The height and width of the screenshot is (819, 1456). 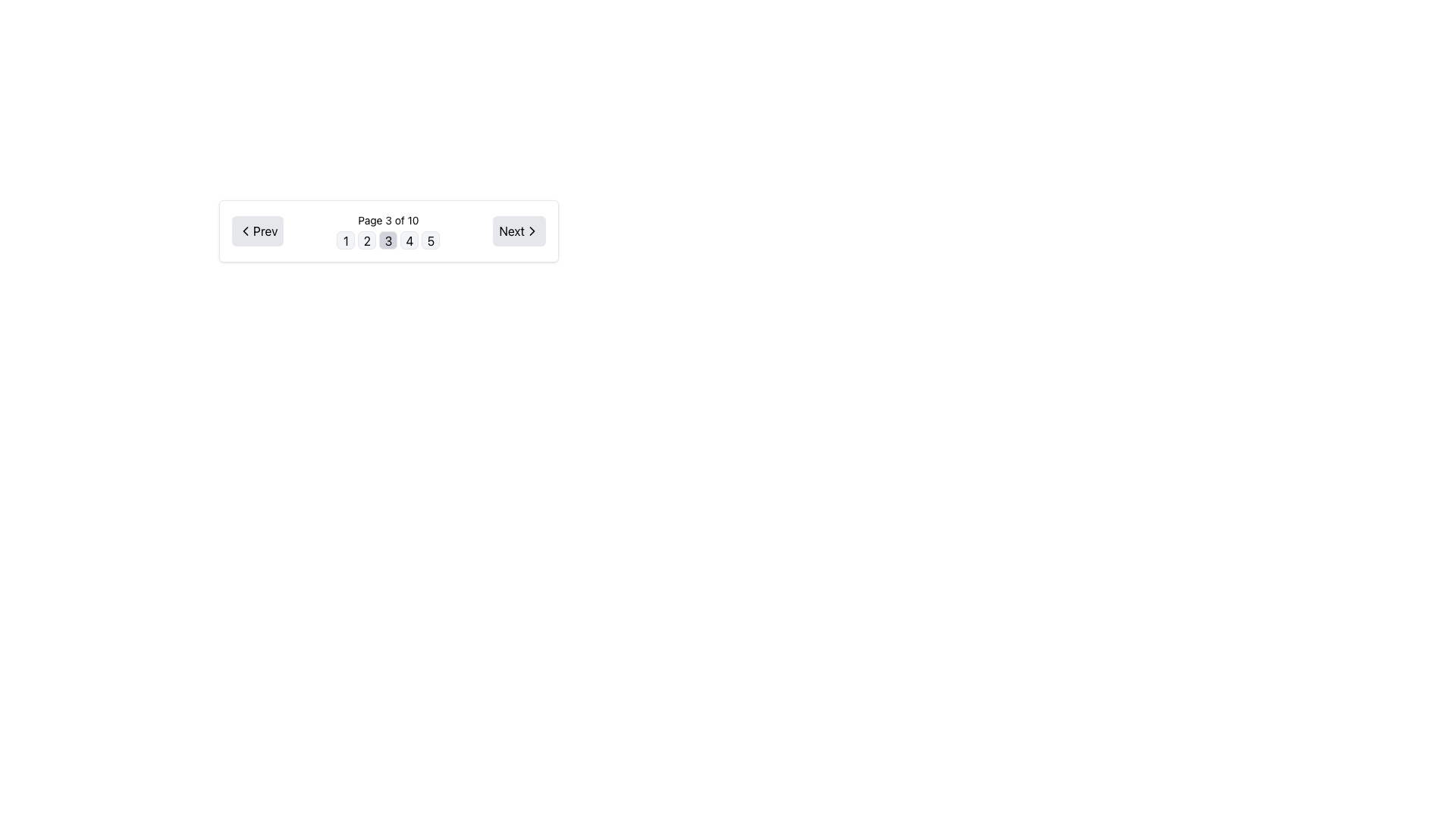 I want to click on the pagination button representing the number '5', so click(x=430, y=239).